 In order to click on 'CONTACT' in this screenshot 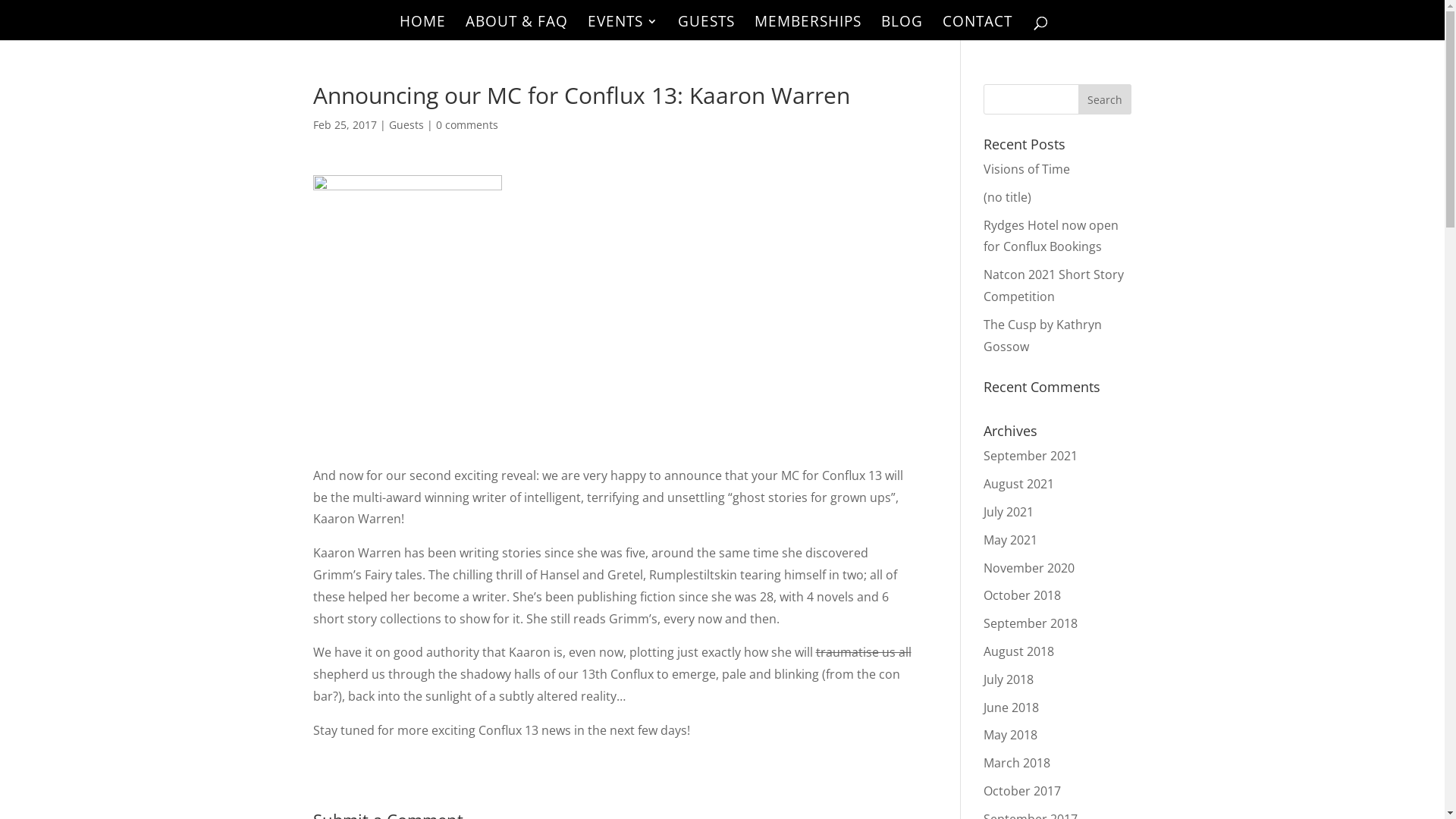, I will do `click(976, 28)`.